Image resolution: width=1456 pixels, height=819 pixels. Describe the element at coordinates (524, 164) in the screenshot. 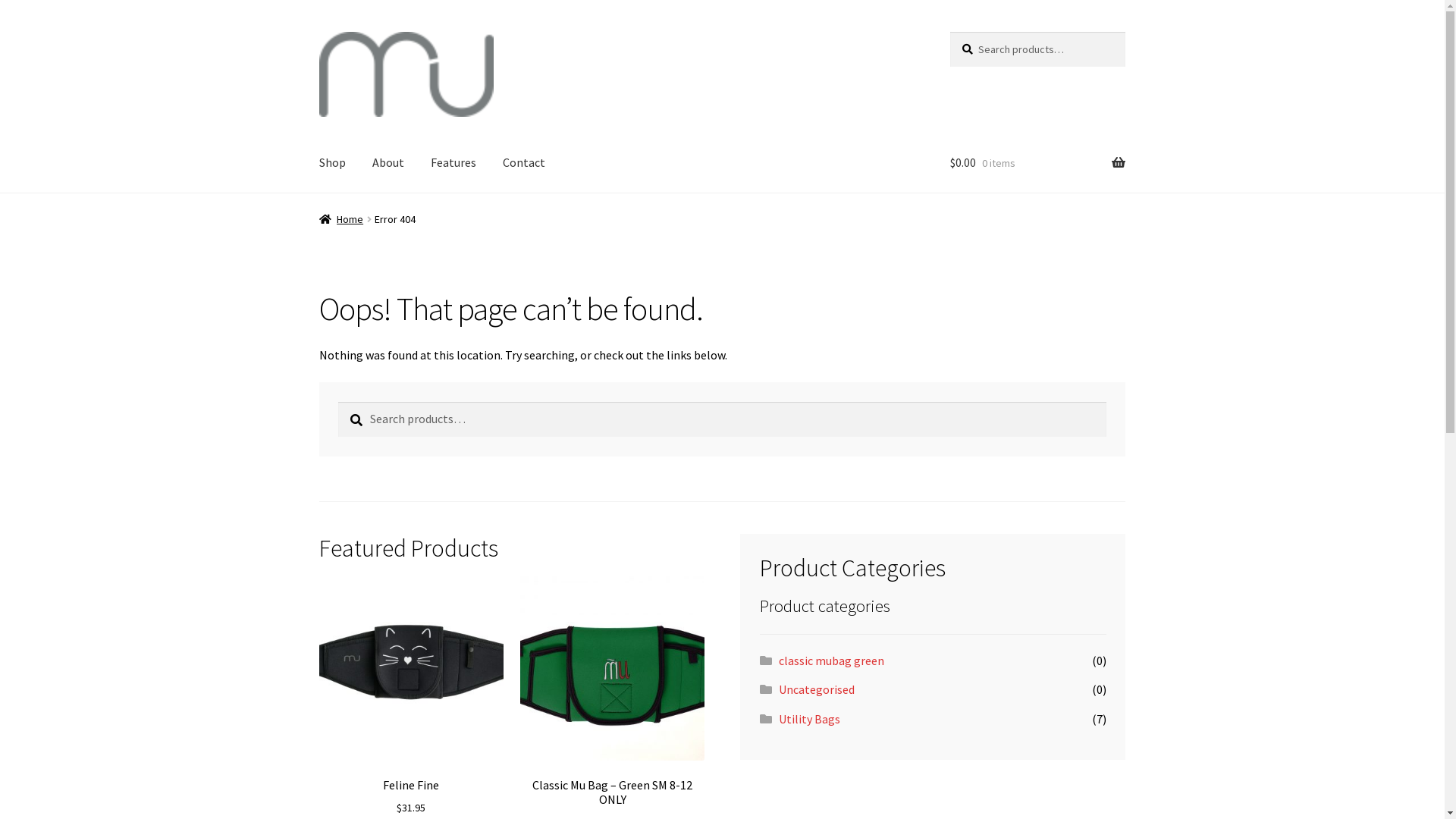

I see `'Contact'` at that location.